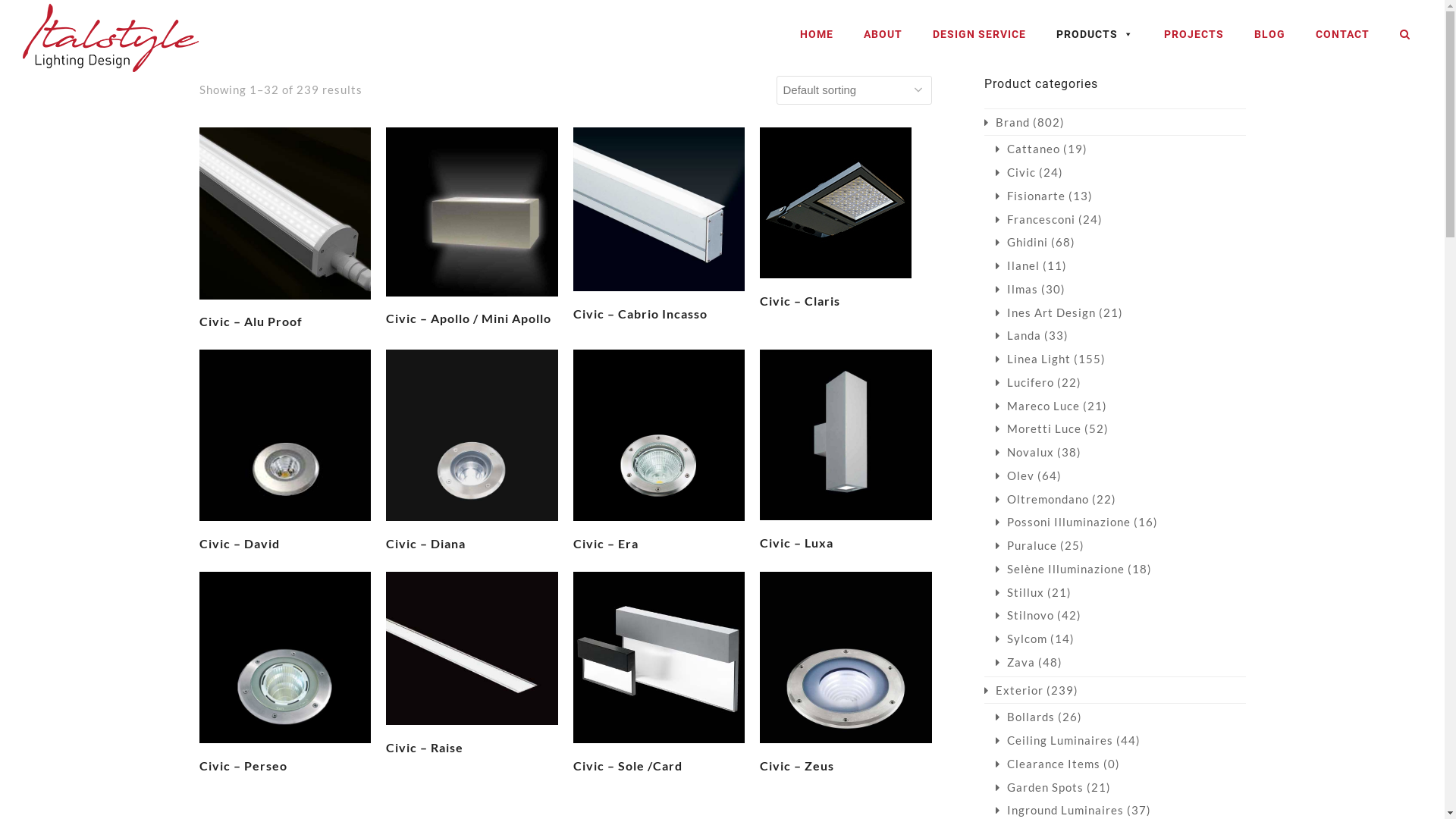  Describe the element at coordinates (1014, 690) in the screenshot. I see `'Exterior'` at that location.